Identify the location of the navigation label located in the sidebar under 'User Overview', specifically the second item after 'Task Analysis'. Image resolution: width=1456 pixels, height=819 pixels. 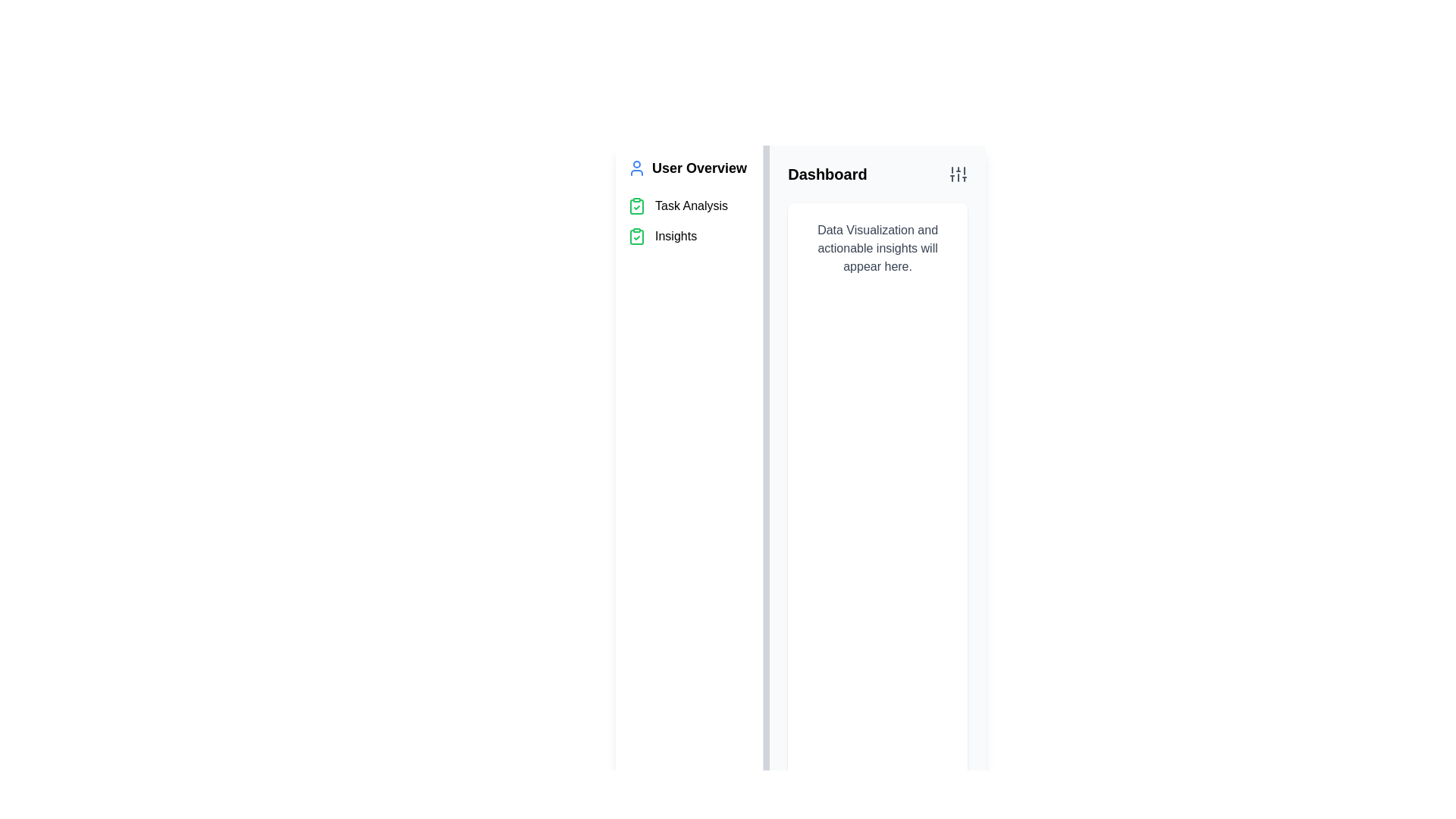
(689, 237).